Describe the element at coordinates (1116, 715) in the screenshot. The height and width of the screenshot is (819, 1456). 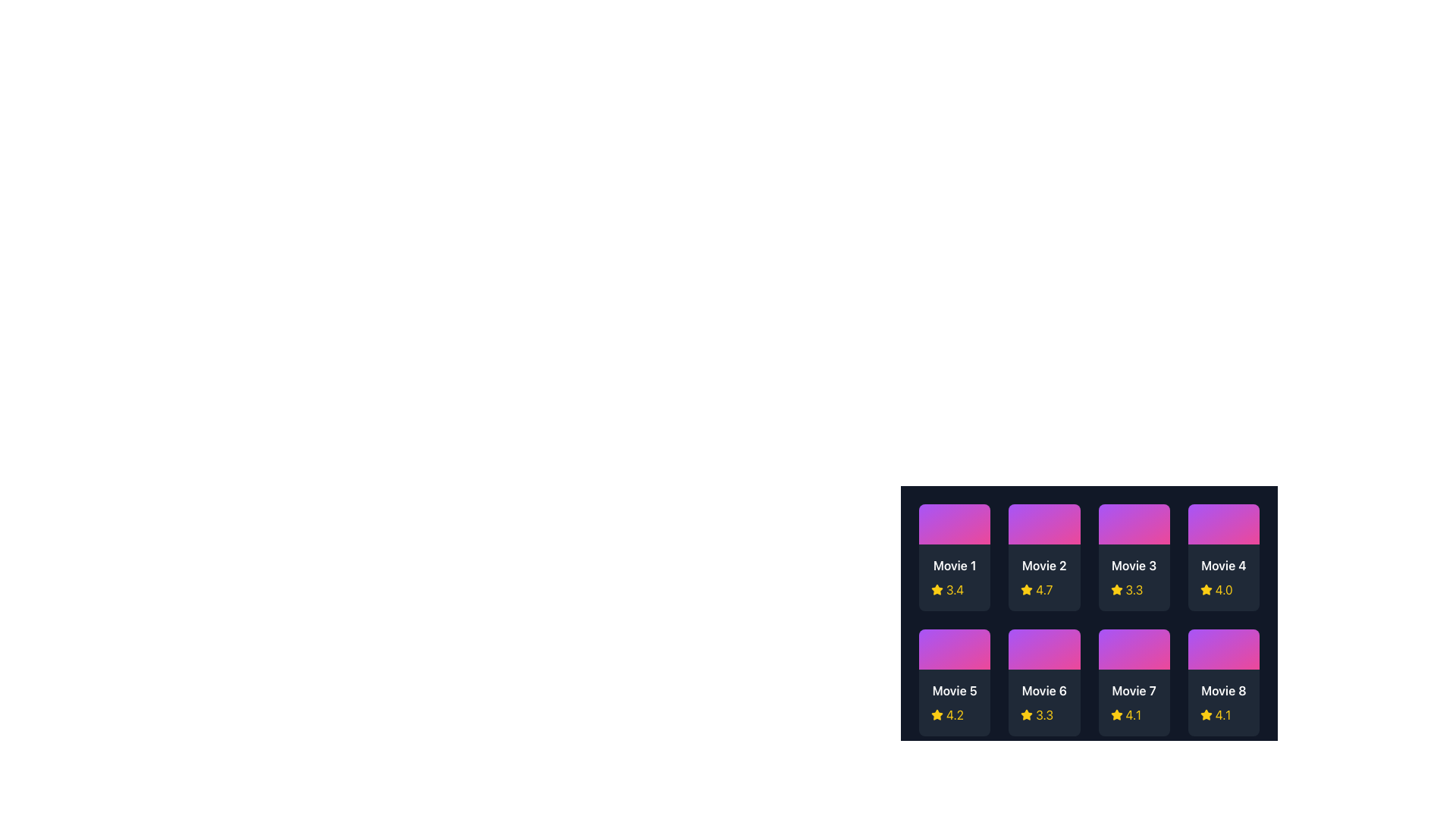
I see `the yellow star icon representing the rating for 'Movie 7', located in the second row, third column of the grid layout` at that location.